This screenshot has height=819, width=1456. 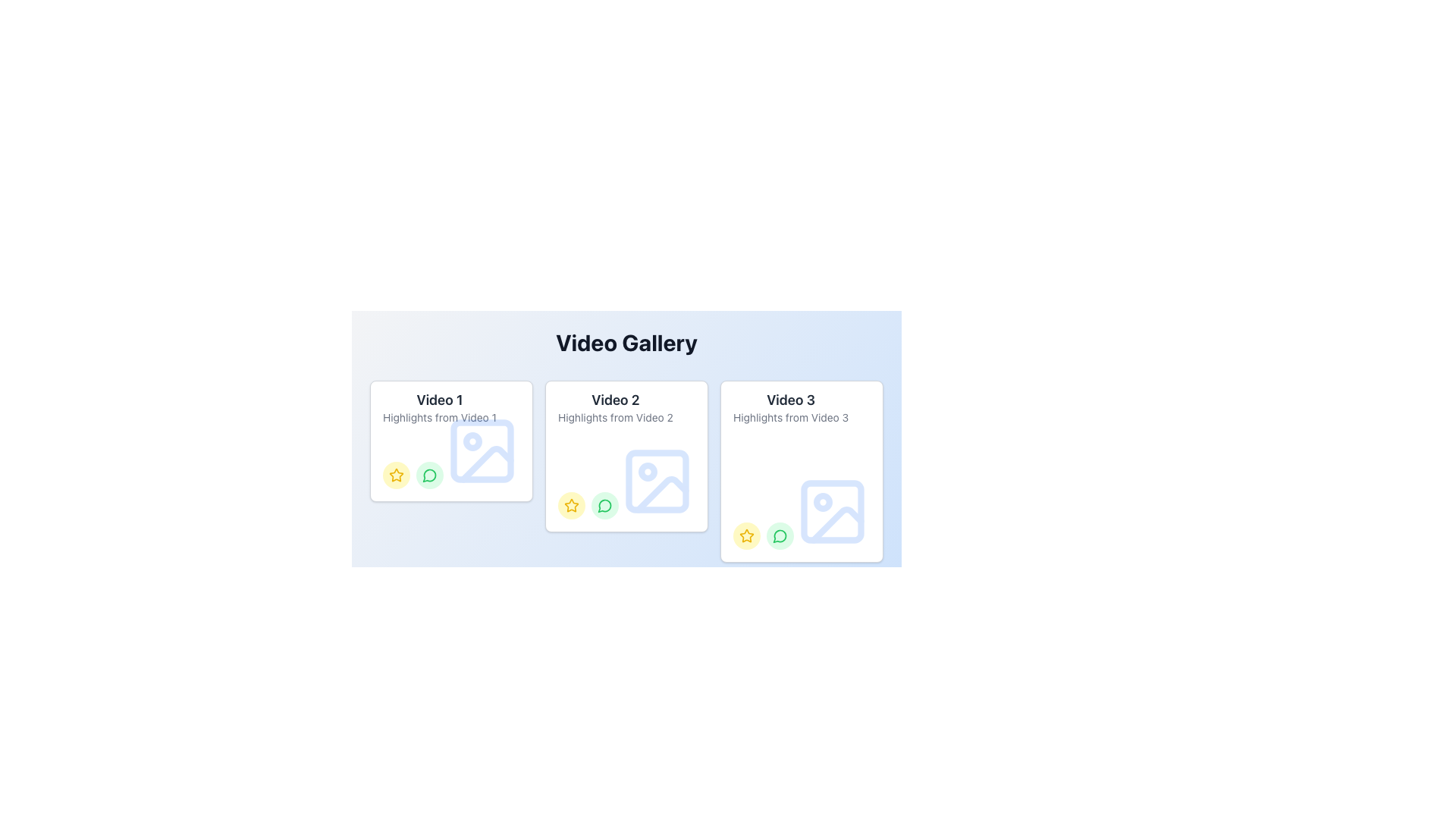 What do you see at coordinates (481, 450) in the screenshot?
I see `the decorative graphical element in the lower-right corner of the 'Video 1' box in the video gallery interface, which is a small rounded rectangle with no visible content` at bounding box center [481, 450].